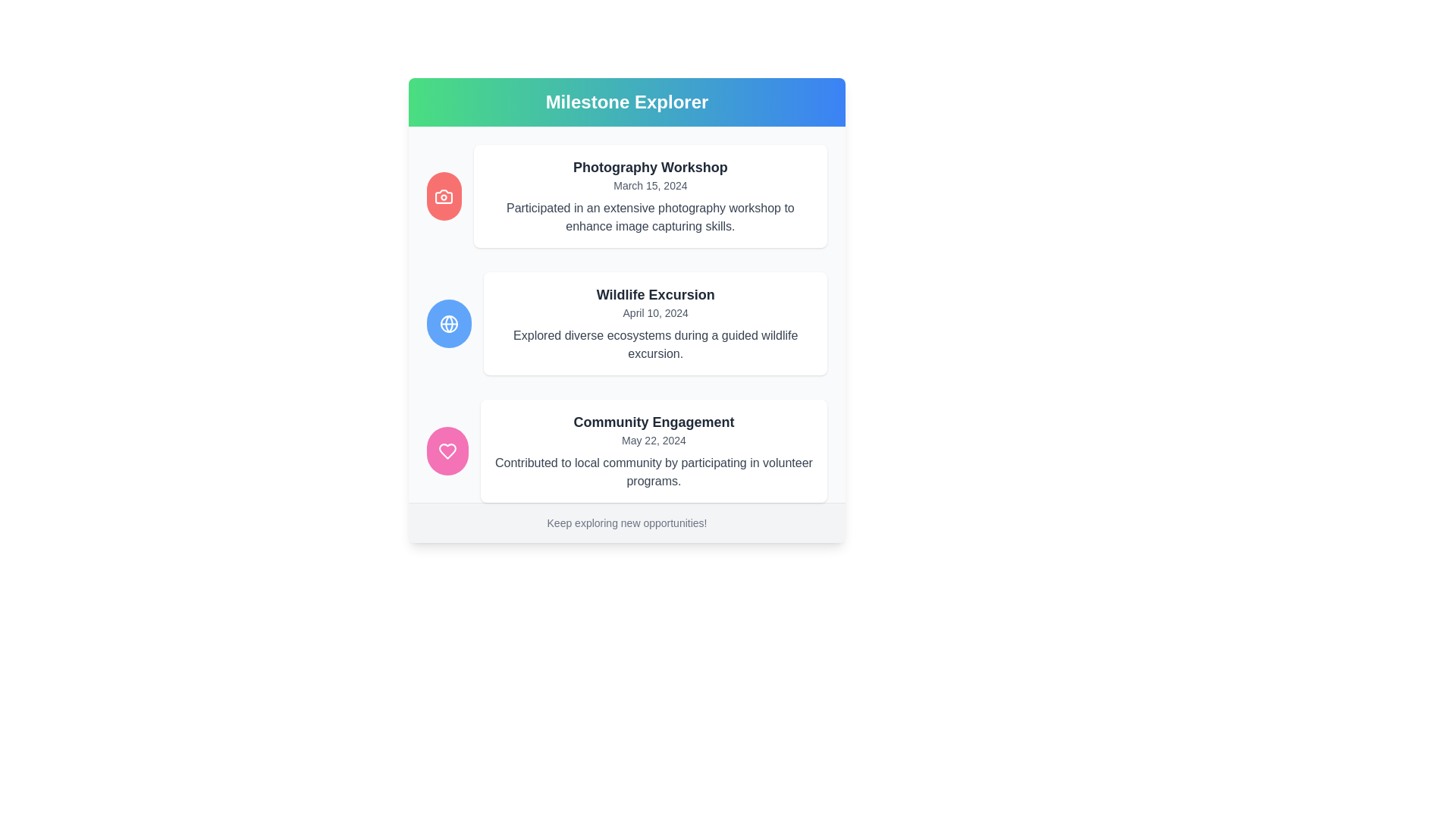 This screenshot has height=819, width=1456. I want to click on the heart-shaped icon with a pink background, so click(447, 450).